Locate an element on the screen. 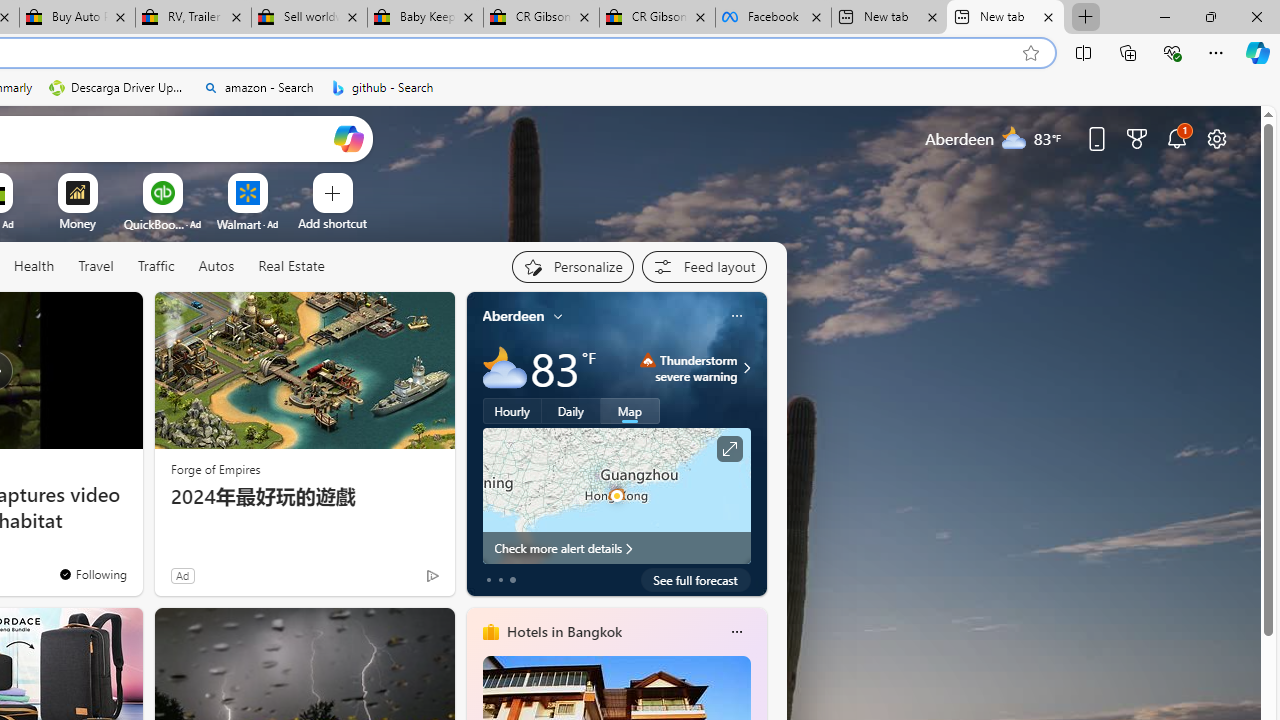 The image size is (1280, 720). 'tab-2' is located at coordinates (512, 579).